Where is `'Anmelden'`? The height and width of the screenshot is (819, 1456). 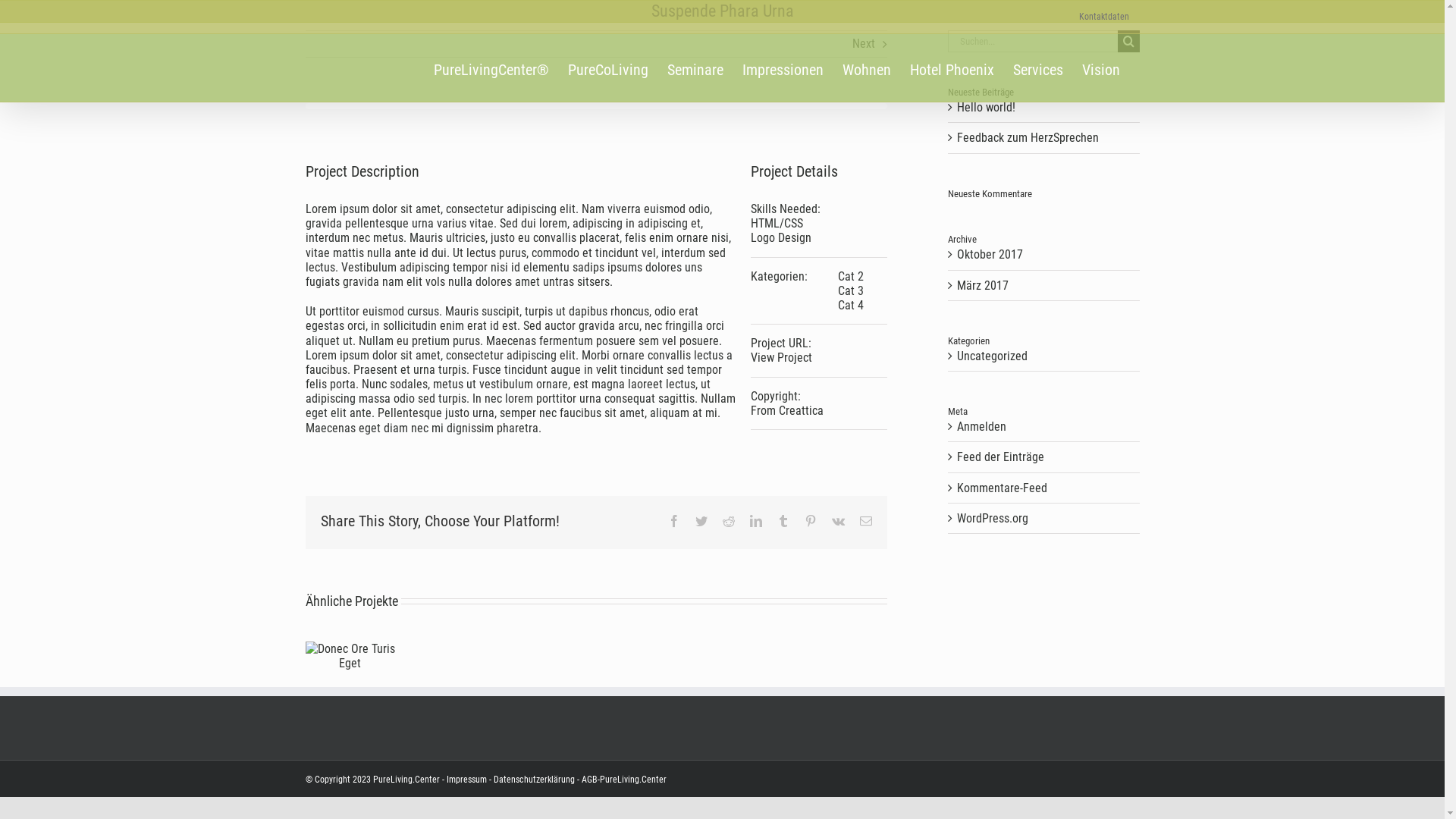 'Anmelden' is located at coordinates (981, 426).